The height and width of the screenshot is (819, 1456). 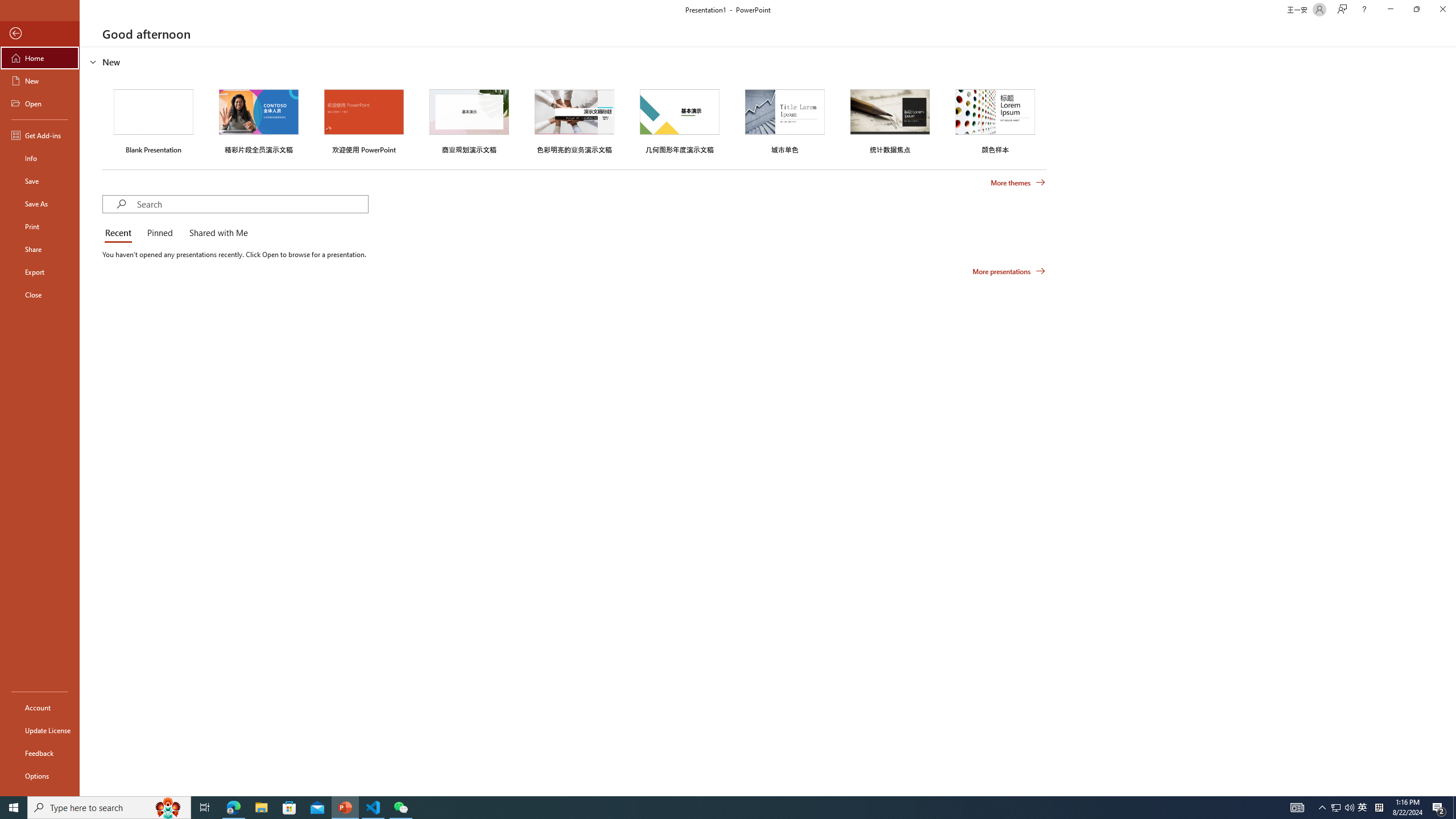 What do you see at coordinates (93, 61) in the screenshot?
I see `'Hide or show region'` at bounding box center [93, 61].